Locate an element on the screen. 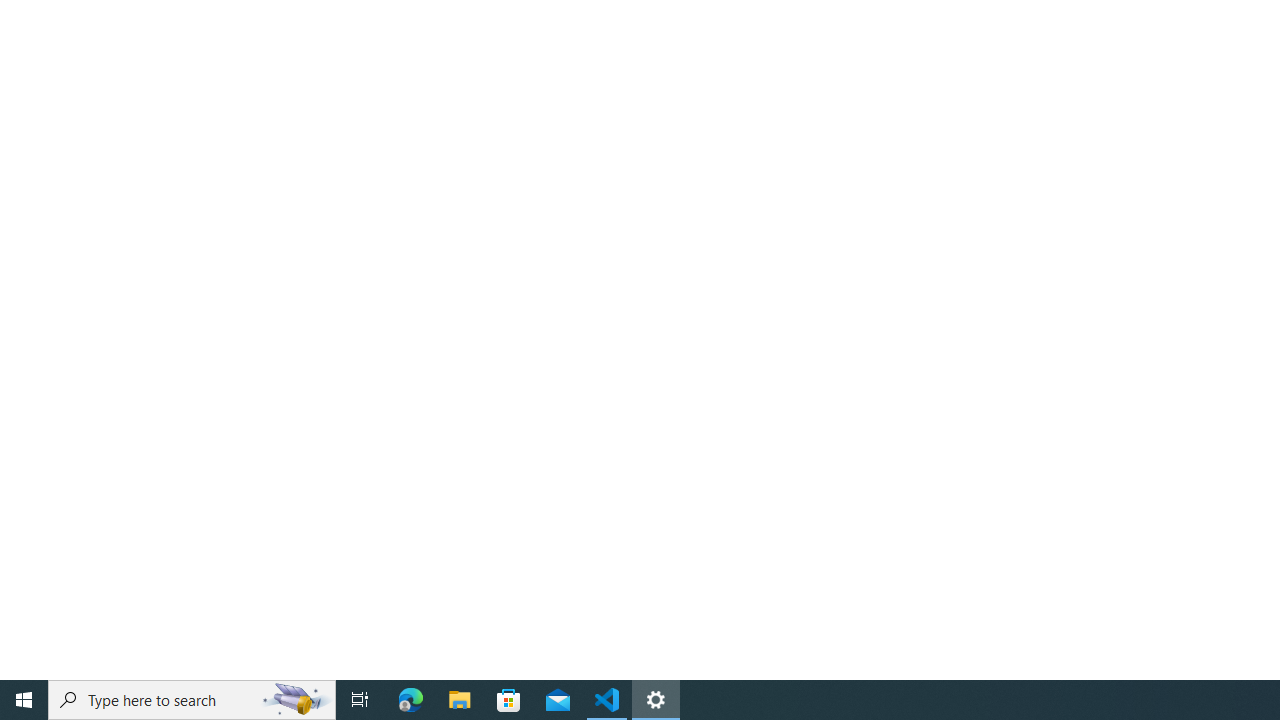 The height and width of the screenshot is (720, 1280). 'Search highlights icon opens search home window' is located at coordinates (294, 698).